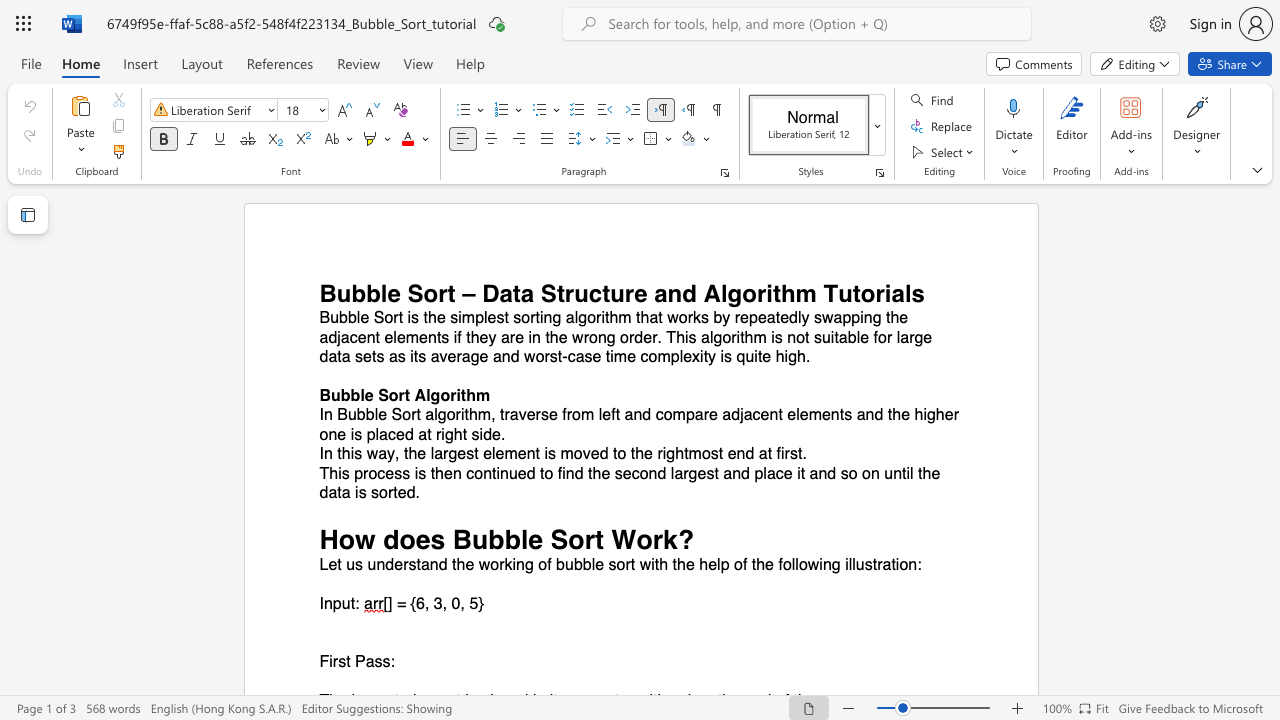  I want to click on the subset text "s:" within the text "First Pass:", so click(382, 662).